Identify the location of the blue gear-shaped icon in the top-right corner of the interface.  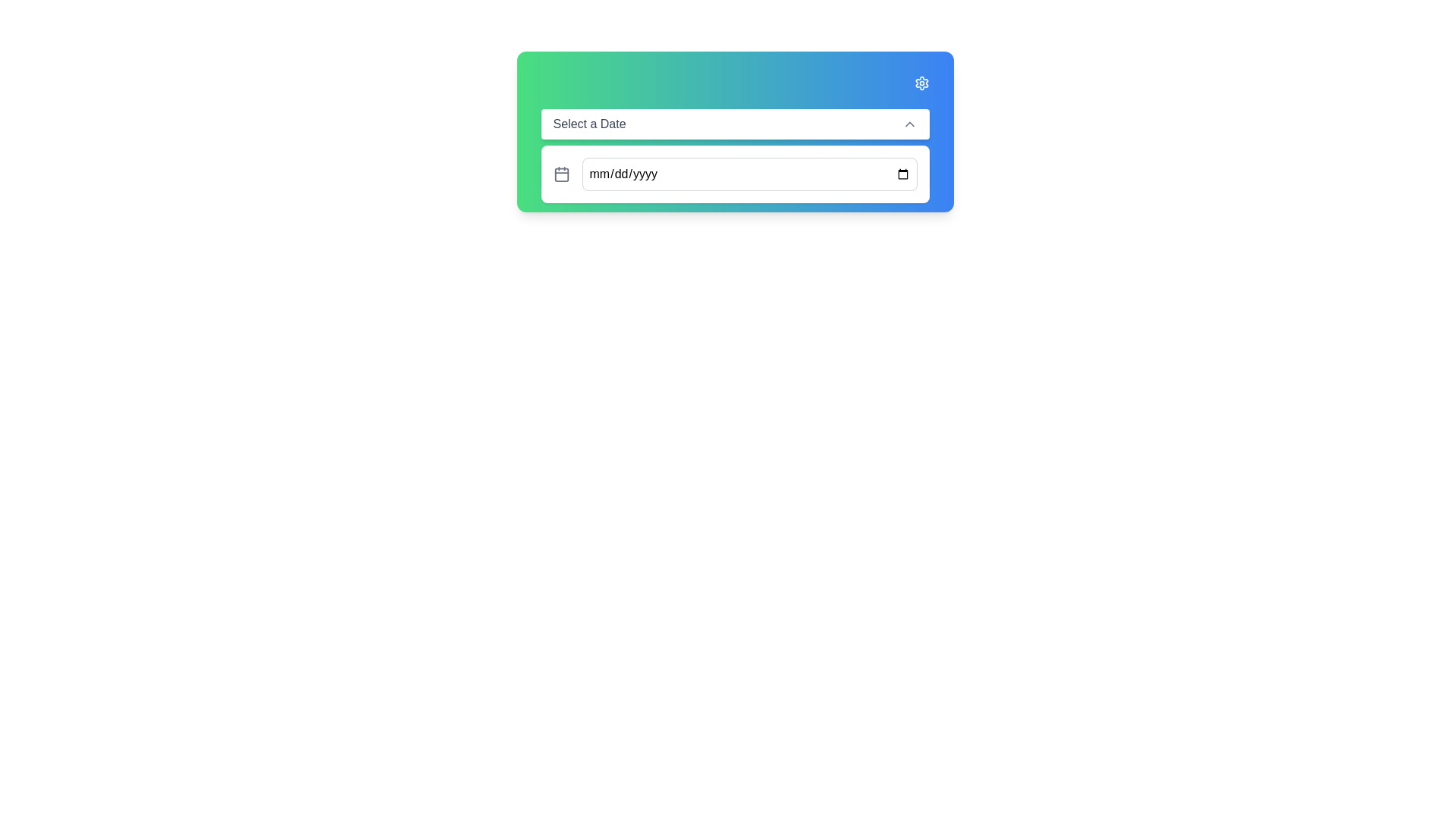
(921, 83).